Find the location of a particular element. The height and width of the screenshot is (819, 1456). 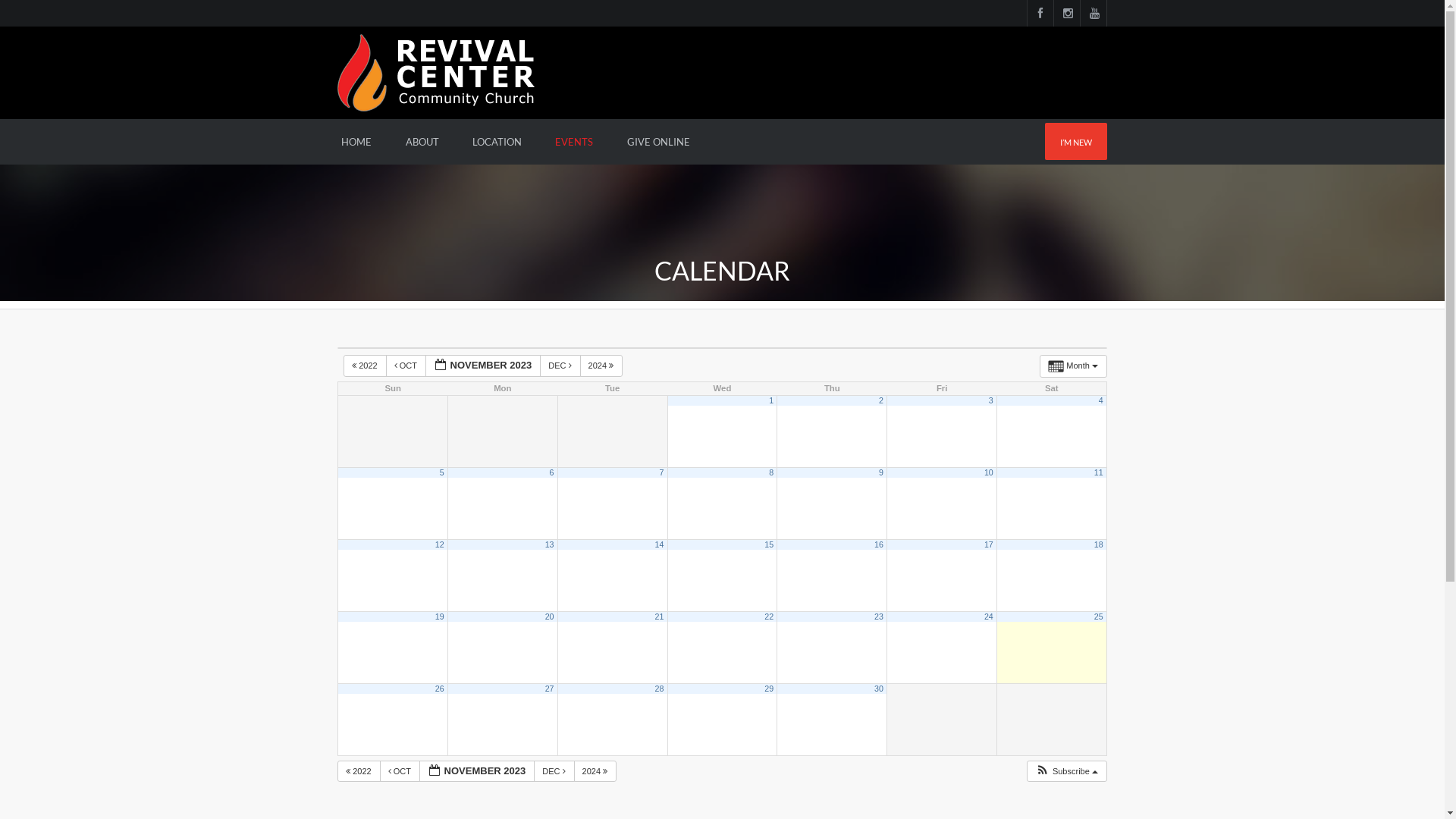

'Revival Center Community Church' is located at coordinates (435, 71).